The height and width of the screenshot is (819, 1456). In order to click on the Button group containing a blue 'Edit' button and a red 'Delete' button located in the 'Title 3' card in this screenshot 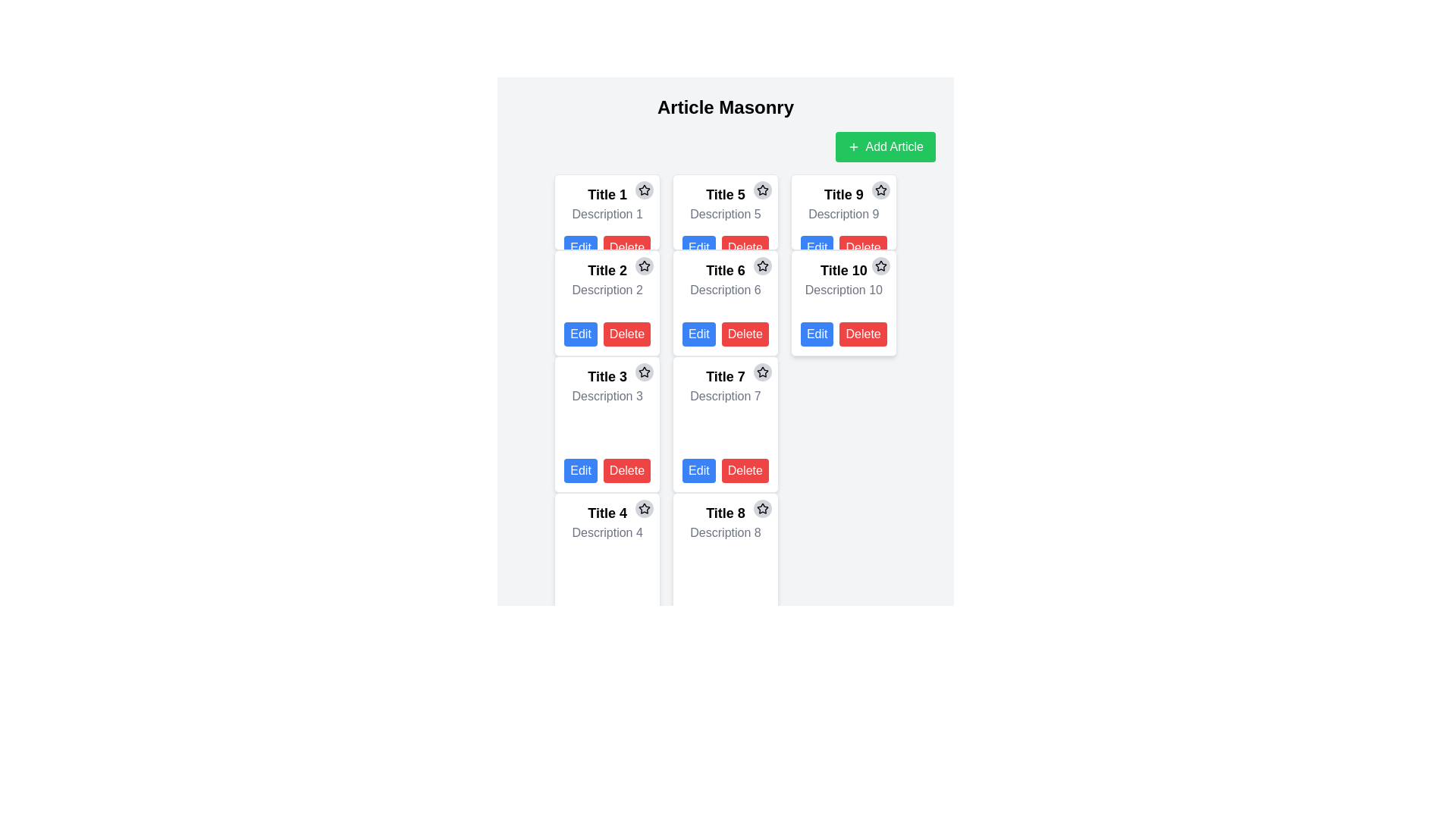, I will do `click(607, 470)`.